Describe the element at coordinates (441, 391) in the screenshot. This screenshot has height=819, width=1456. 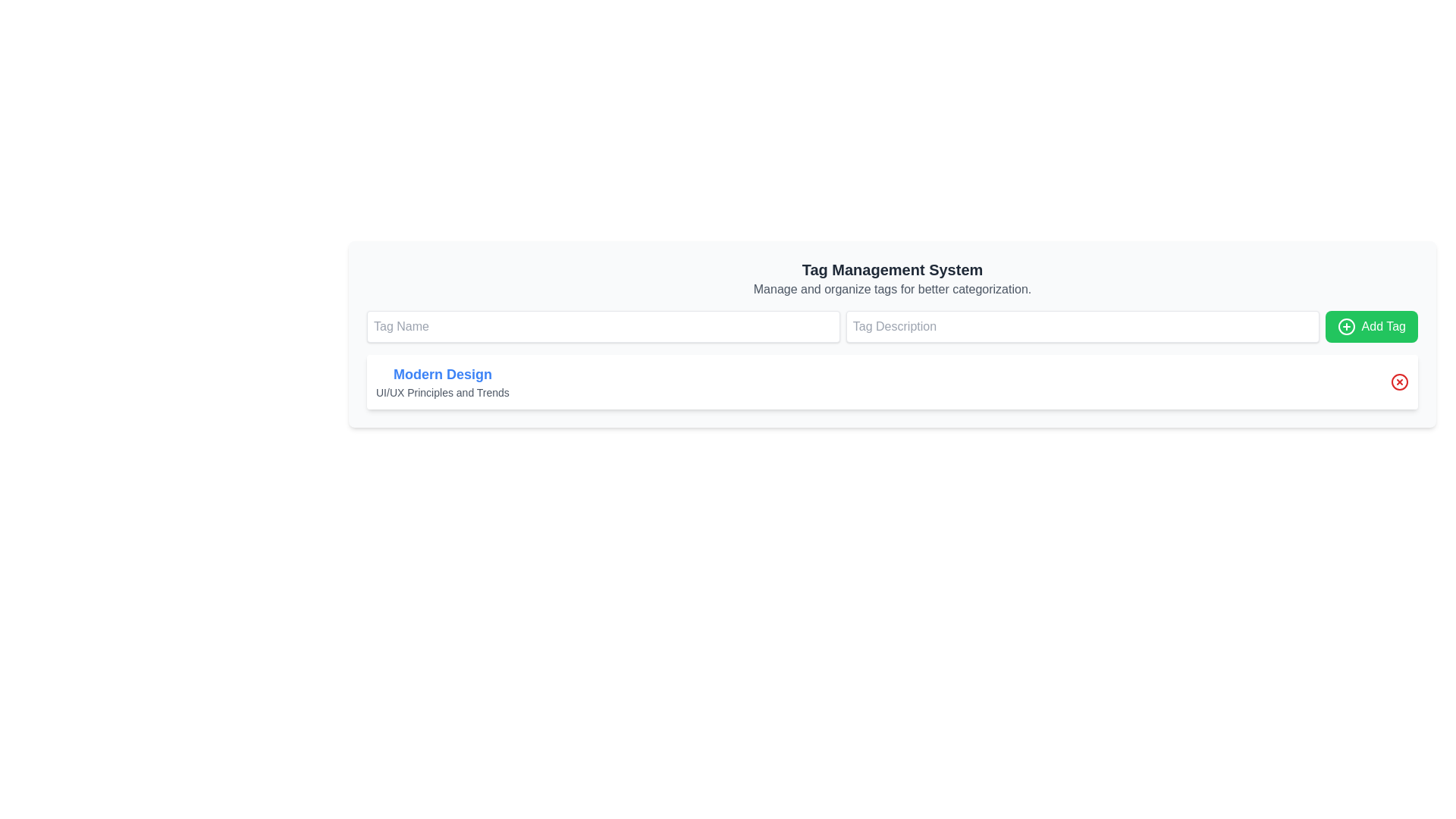
I see `the text label that reads 'UI/UX Principles and Trends', which is styled in small gray font and positioned below the bold blue title 'Modern Design'` at that location.